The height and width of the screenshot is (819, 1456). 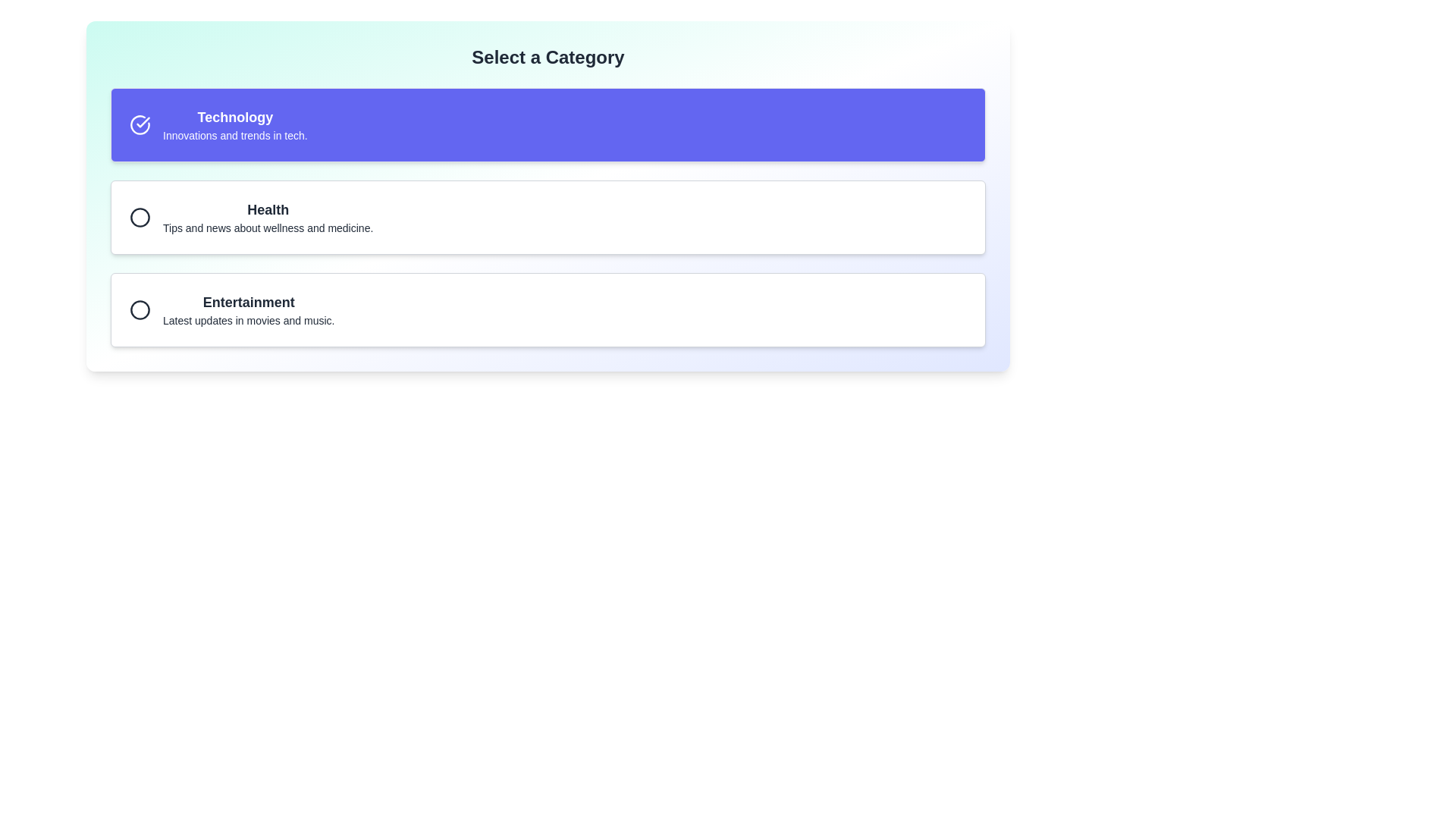 I want to click on the circular checkmark indicator icon located at the leftmost part of the 'Entertainment' card, centered vertically, so click(x=140, y=309).